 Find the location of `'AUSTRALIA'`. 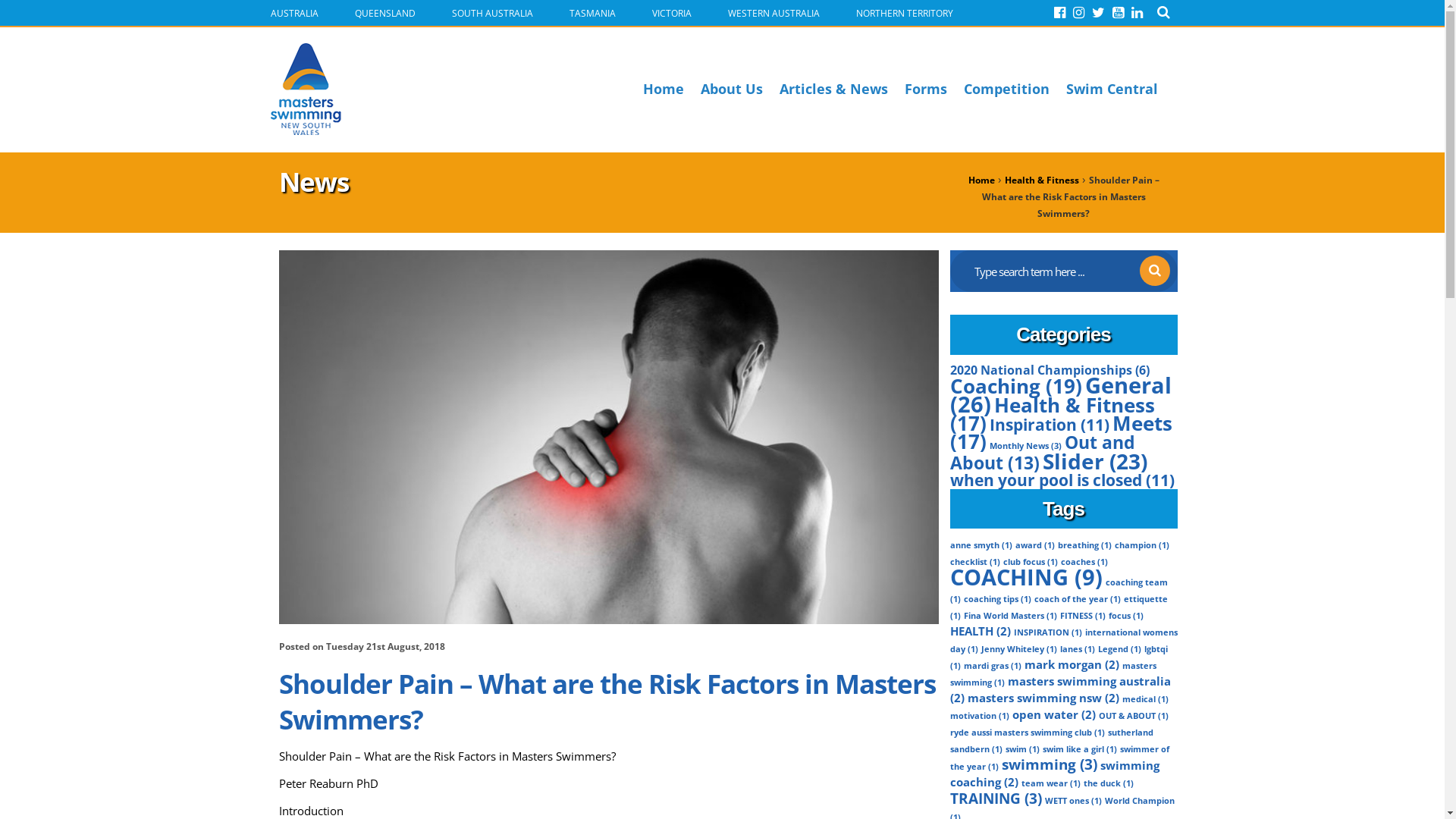

'AUSTRALIA' is located at coordinates (266, 11).